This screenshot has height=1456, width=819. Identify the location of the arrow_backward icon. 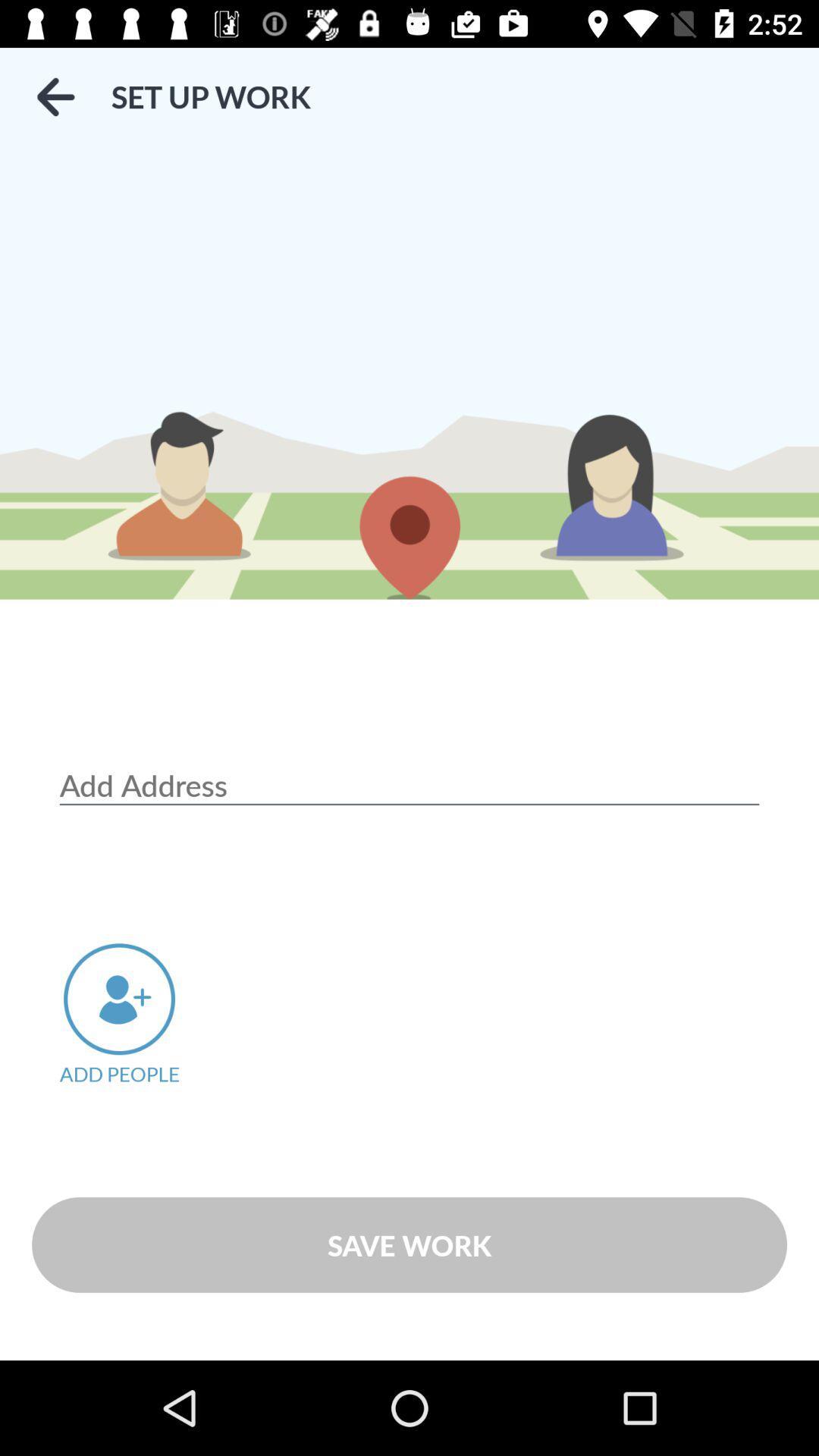
(55, 96).